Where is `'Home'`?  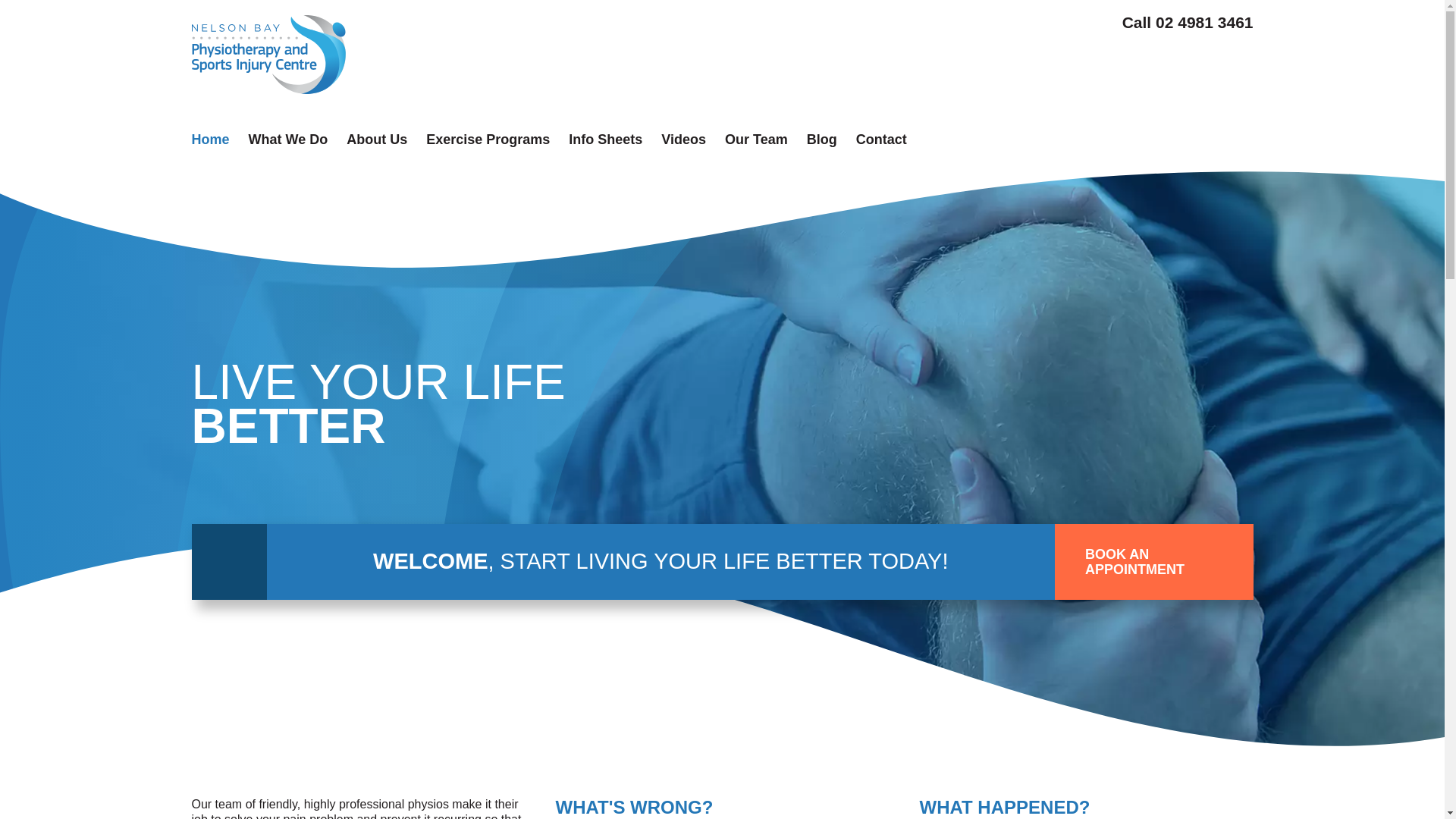 'Home' is located at coordinates (209, 140).